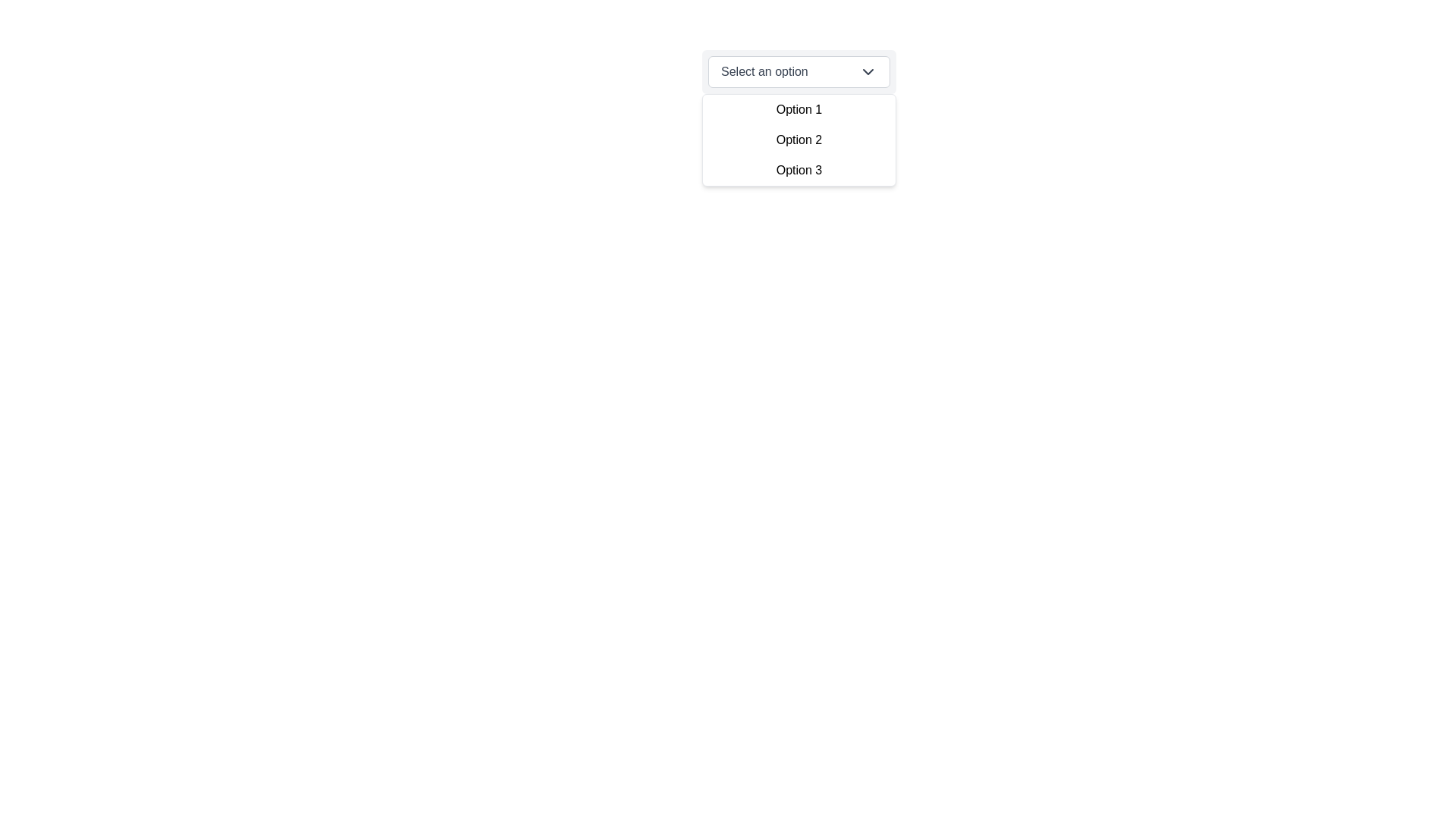 This screenshot has width=1456, height=819. I want to click on the Dropdown indicator icon located in the upper-right corner of the dropdown field next to the text 'Select an option', so click(868, 72).